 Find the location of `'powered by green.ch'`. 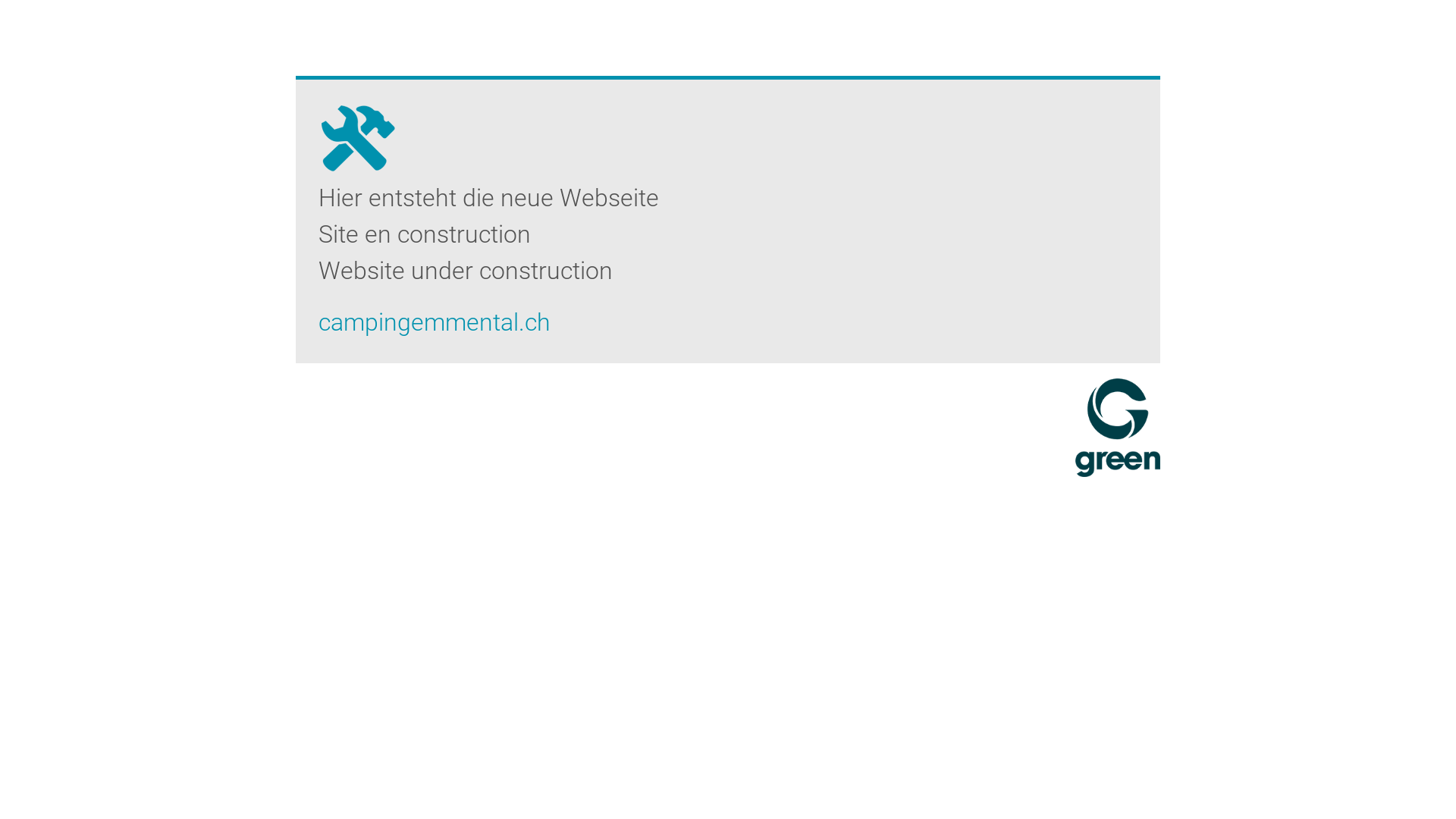

'powered by green.ch' is located at coordinates (1074, 427).